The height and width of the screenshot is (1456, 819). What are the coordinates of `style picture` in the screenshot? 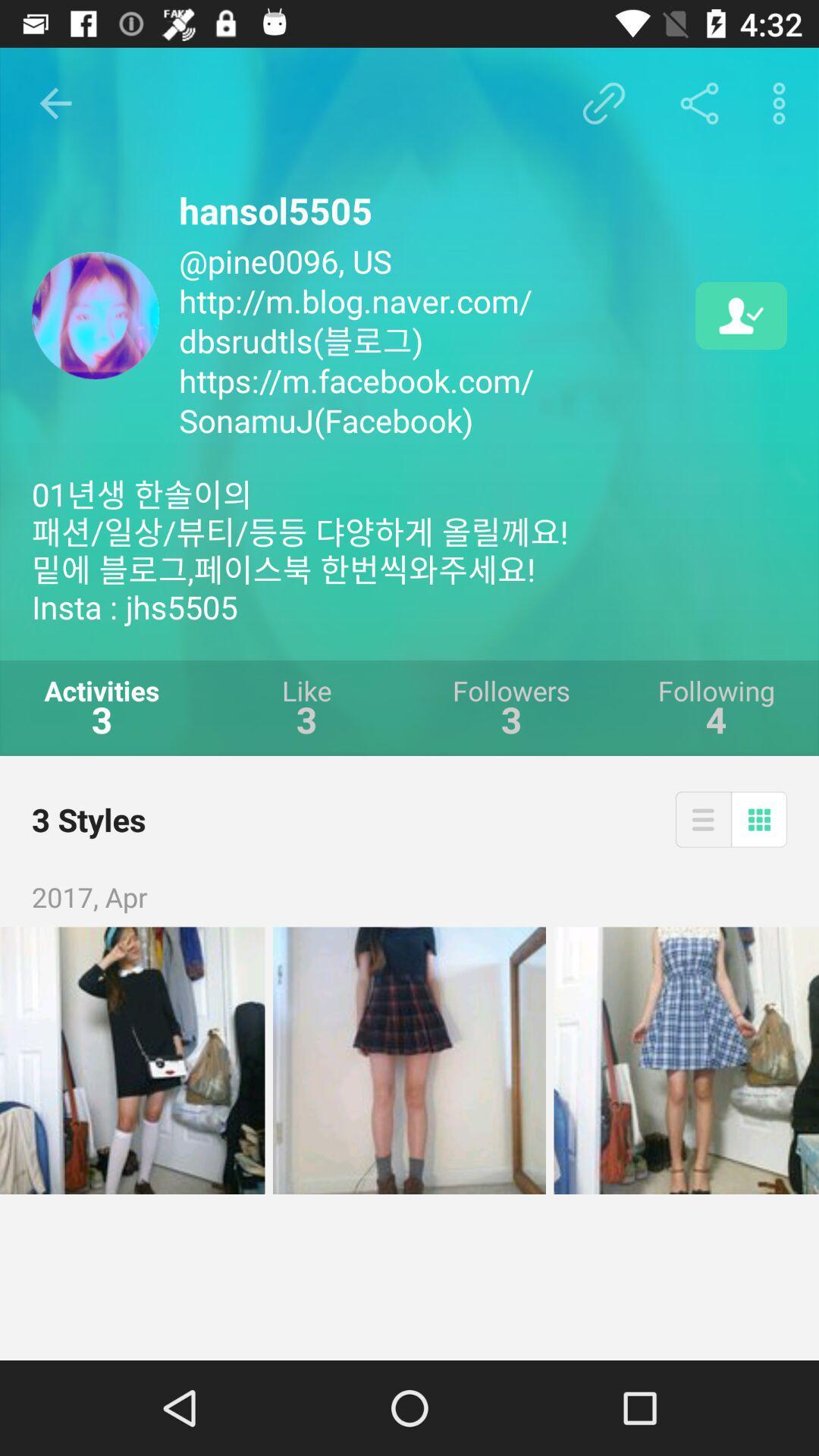 It's located at (131, 1059).